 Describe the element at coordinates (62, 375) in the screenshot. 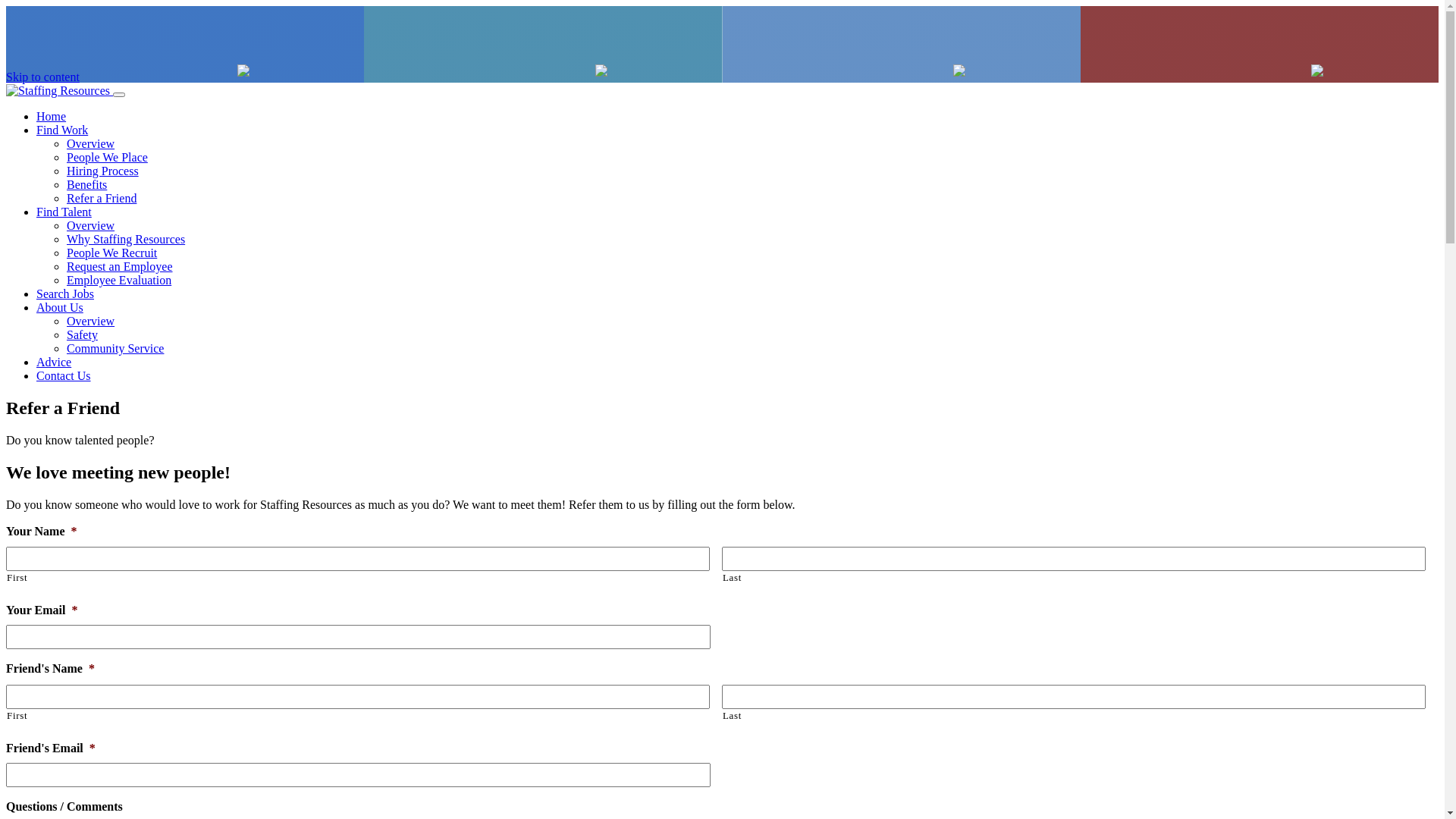

I see `'Contact Us'` at that location.